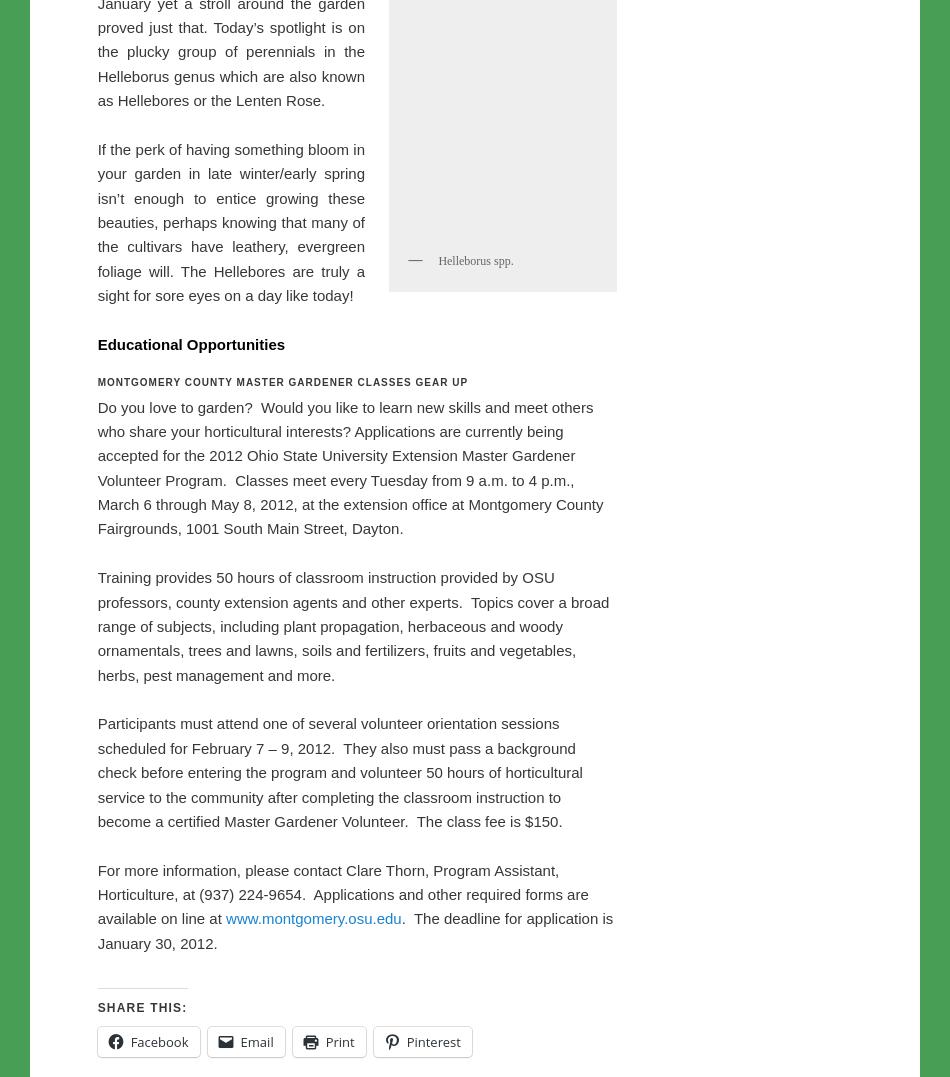 Image resolution: width=950 pixels, height=1077 pixels. Describe the element at coordinates (142, 15) in the screenshot. I see `'Share this:'` at that location.